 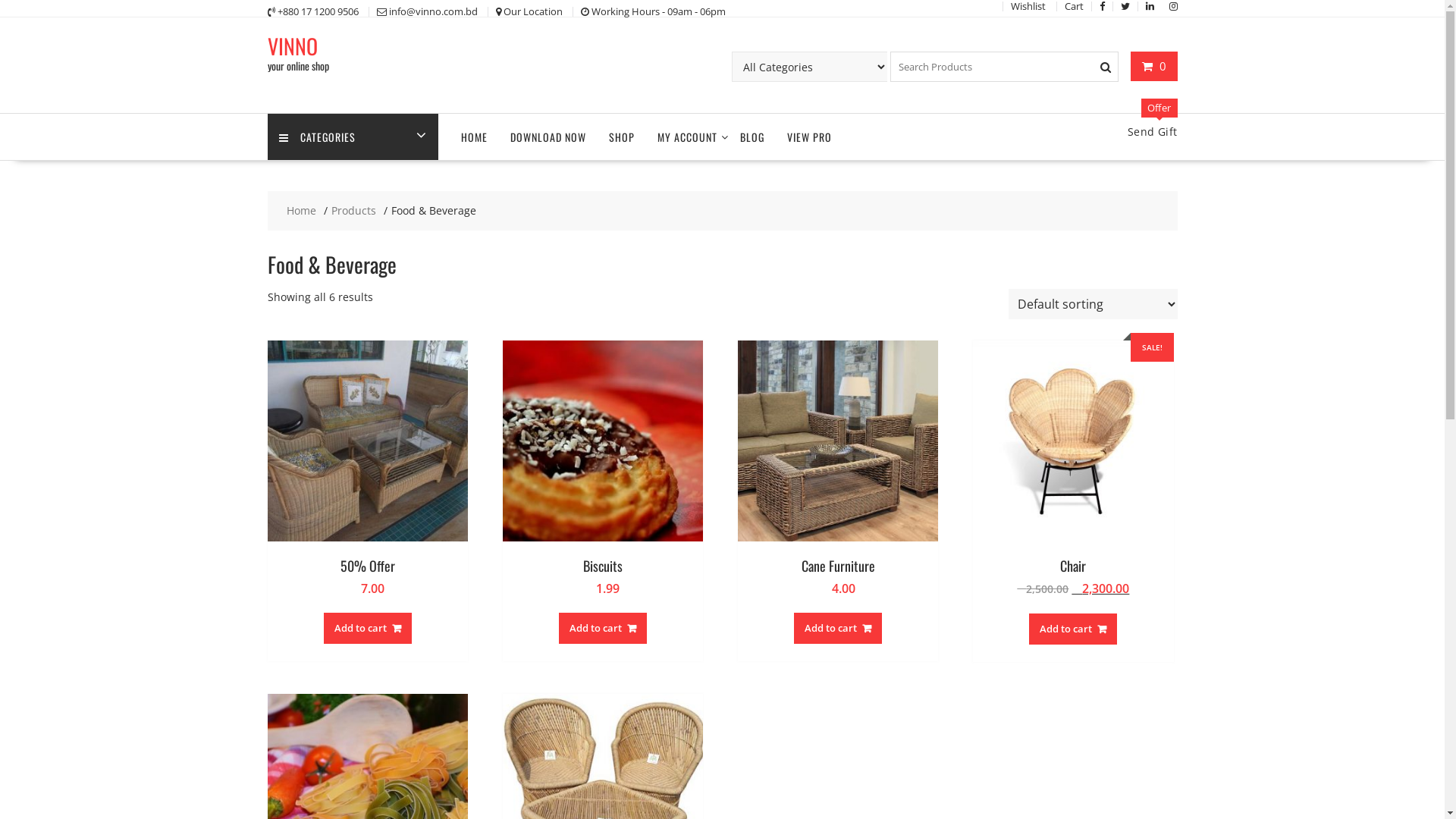 I want to click on 'Offer, so click(x=1153, y=130).